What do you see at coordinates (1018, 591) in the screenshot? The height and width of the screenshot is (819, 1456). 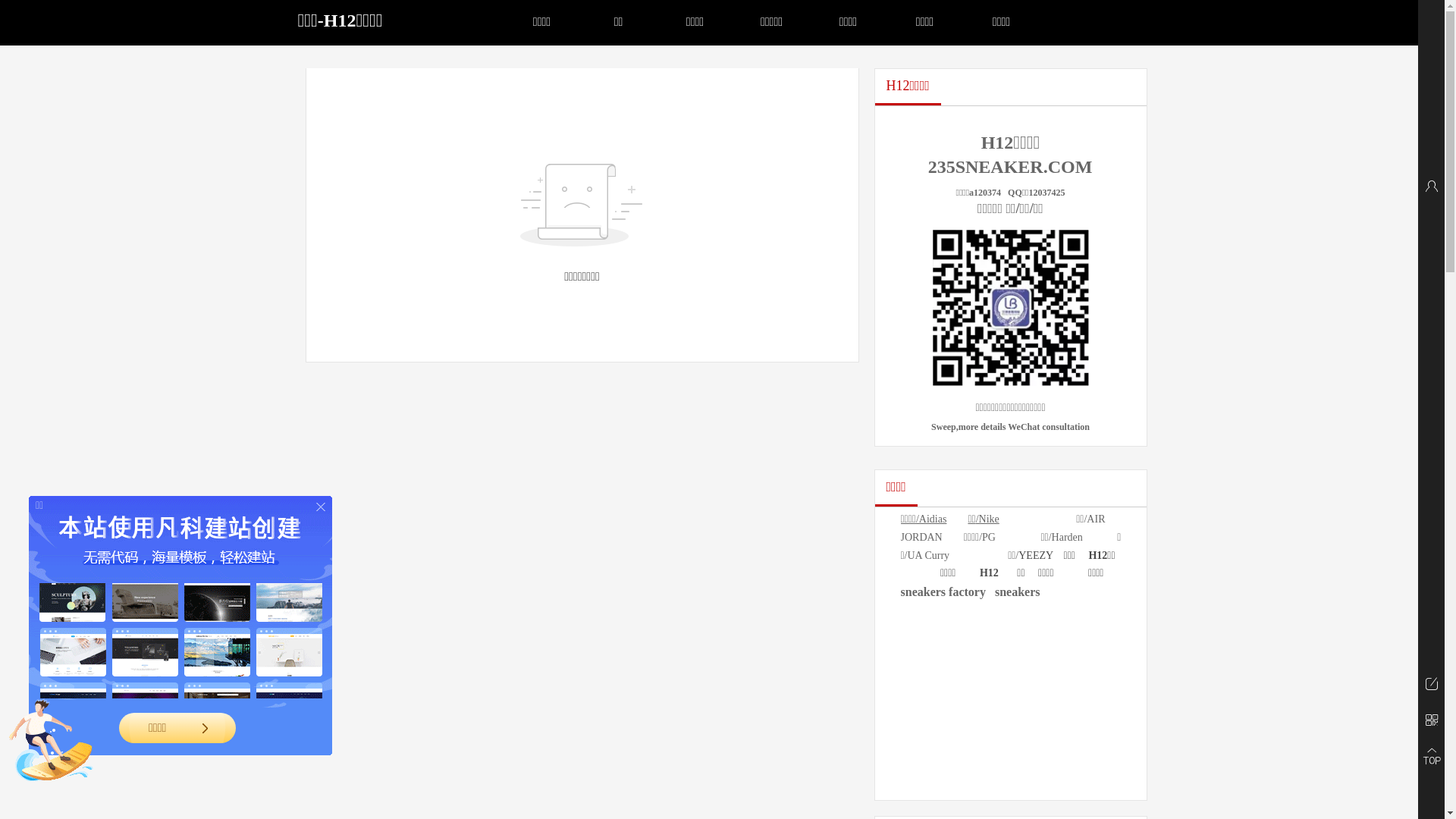 I see `'sneakers'` at bounding box center [1018, 591].